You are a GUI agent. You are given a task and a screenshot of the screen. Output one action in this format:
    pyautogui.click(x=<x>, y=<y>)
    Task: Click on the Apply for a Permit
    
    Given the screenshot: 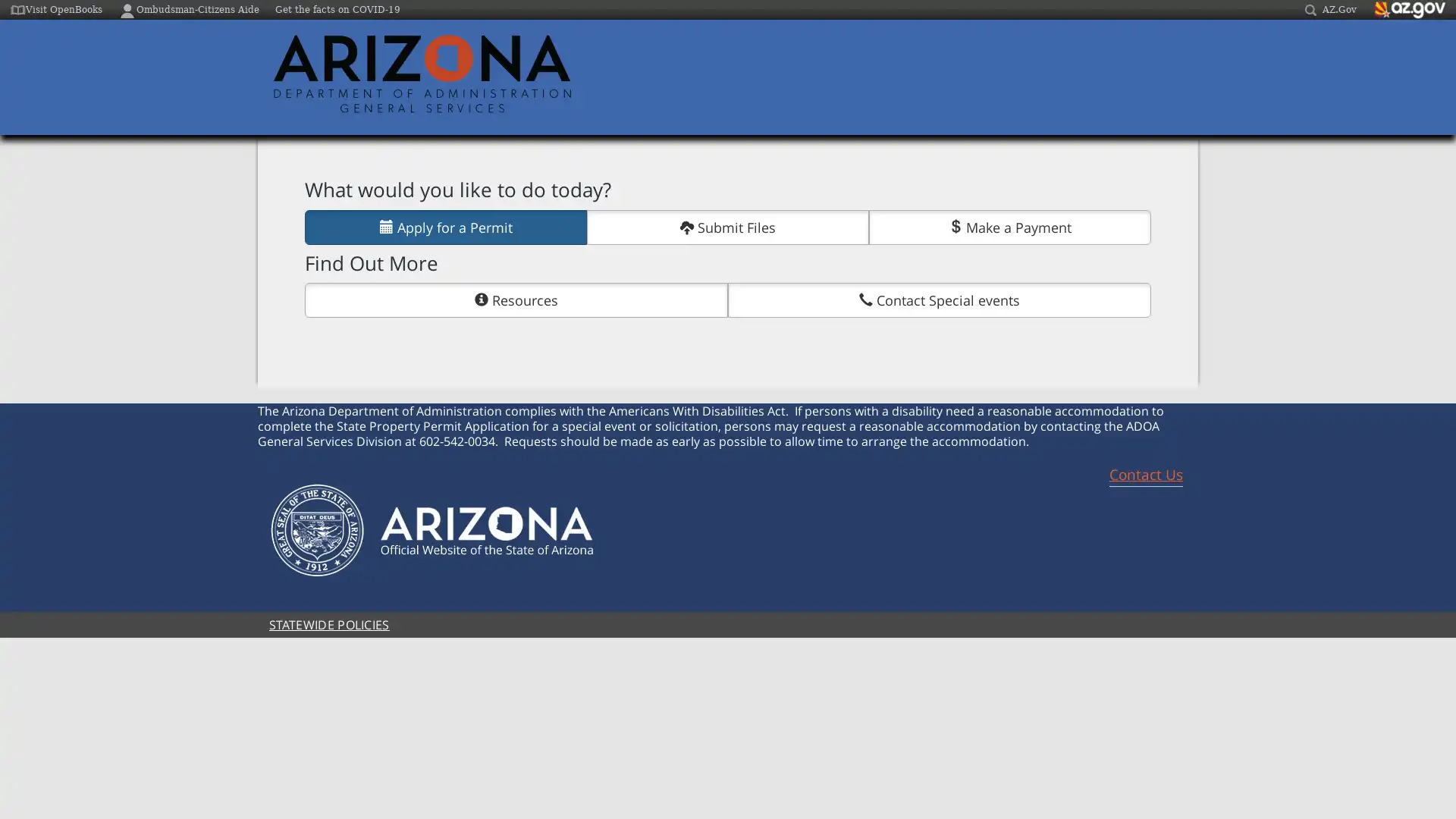 What is the action you would take?
    pyautogui.click(x=445, y=227)
    